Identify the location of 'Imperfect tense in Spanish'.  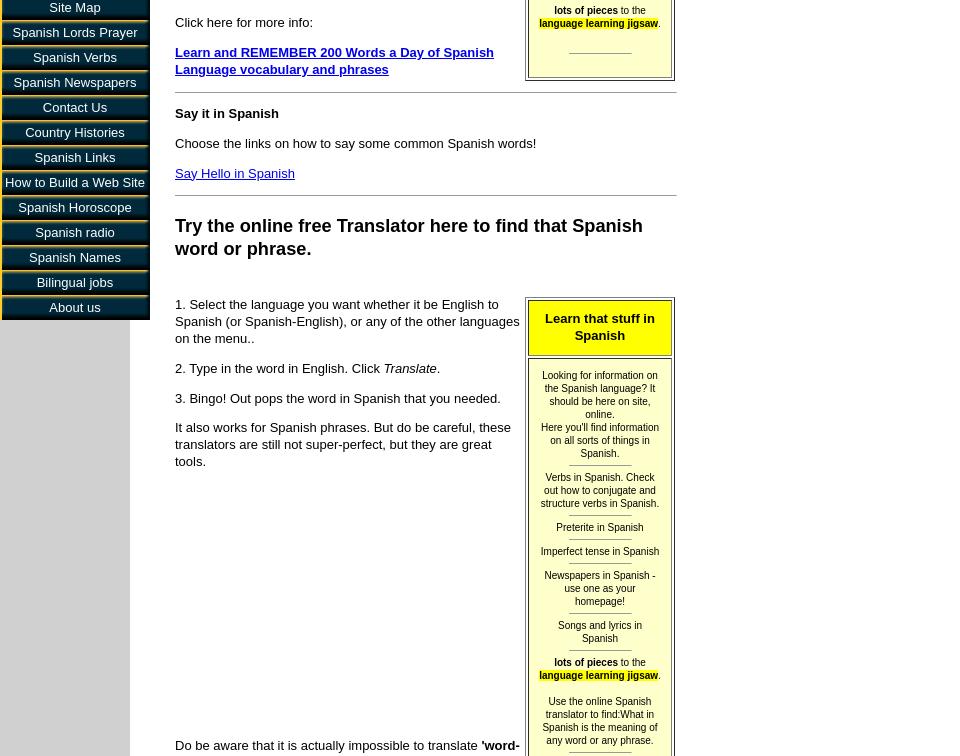
(599, 550).